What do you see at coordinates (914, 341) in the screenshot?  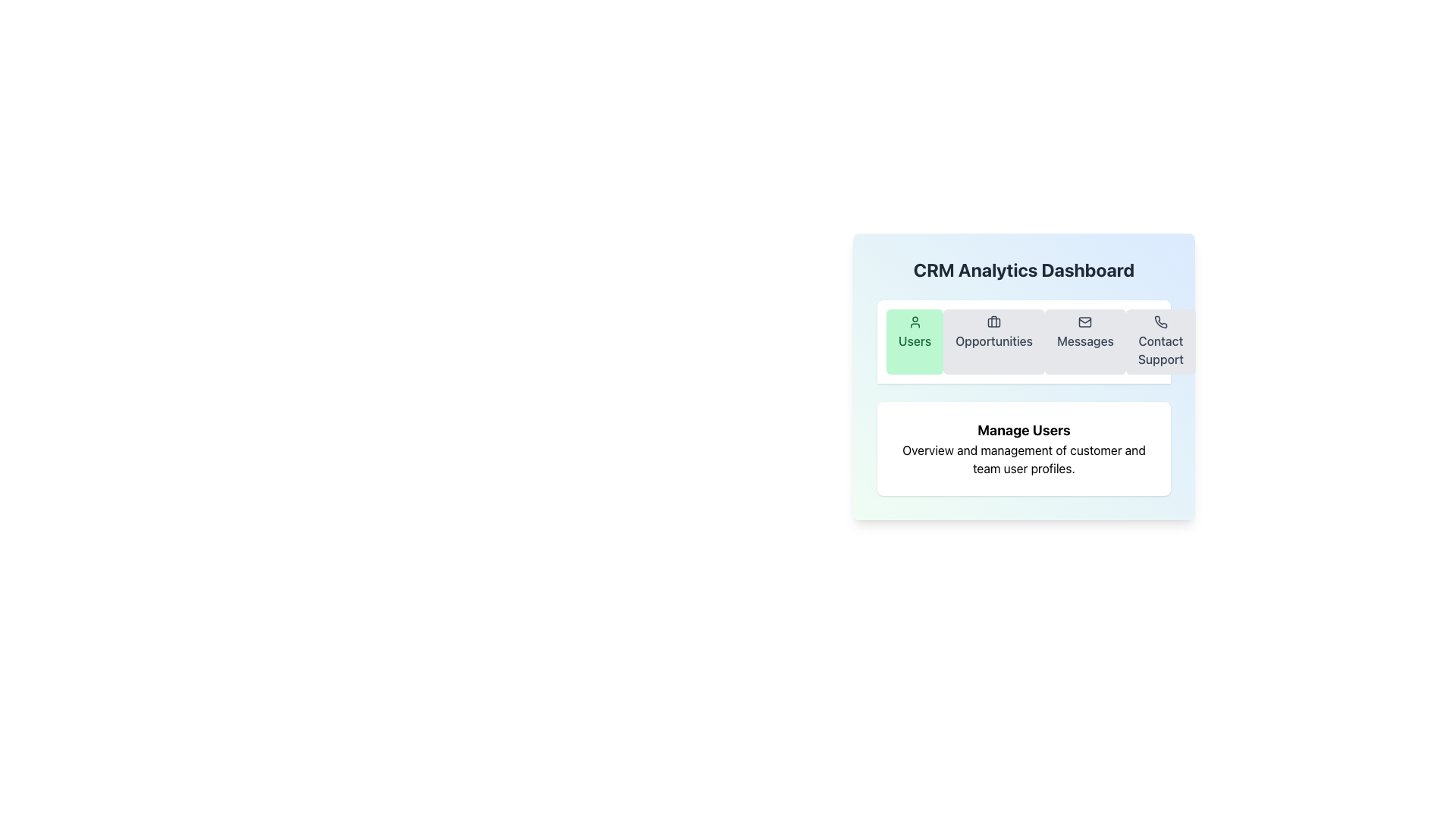 I see `the 'Users' text label, which is styled with a medium-weight font in green color, located within the first box on the left of the CRM Analytics Dashboard, above 'Opportunities'` at bounding box center [914, 341].